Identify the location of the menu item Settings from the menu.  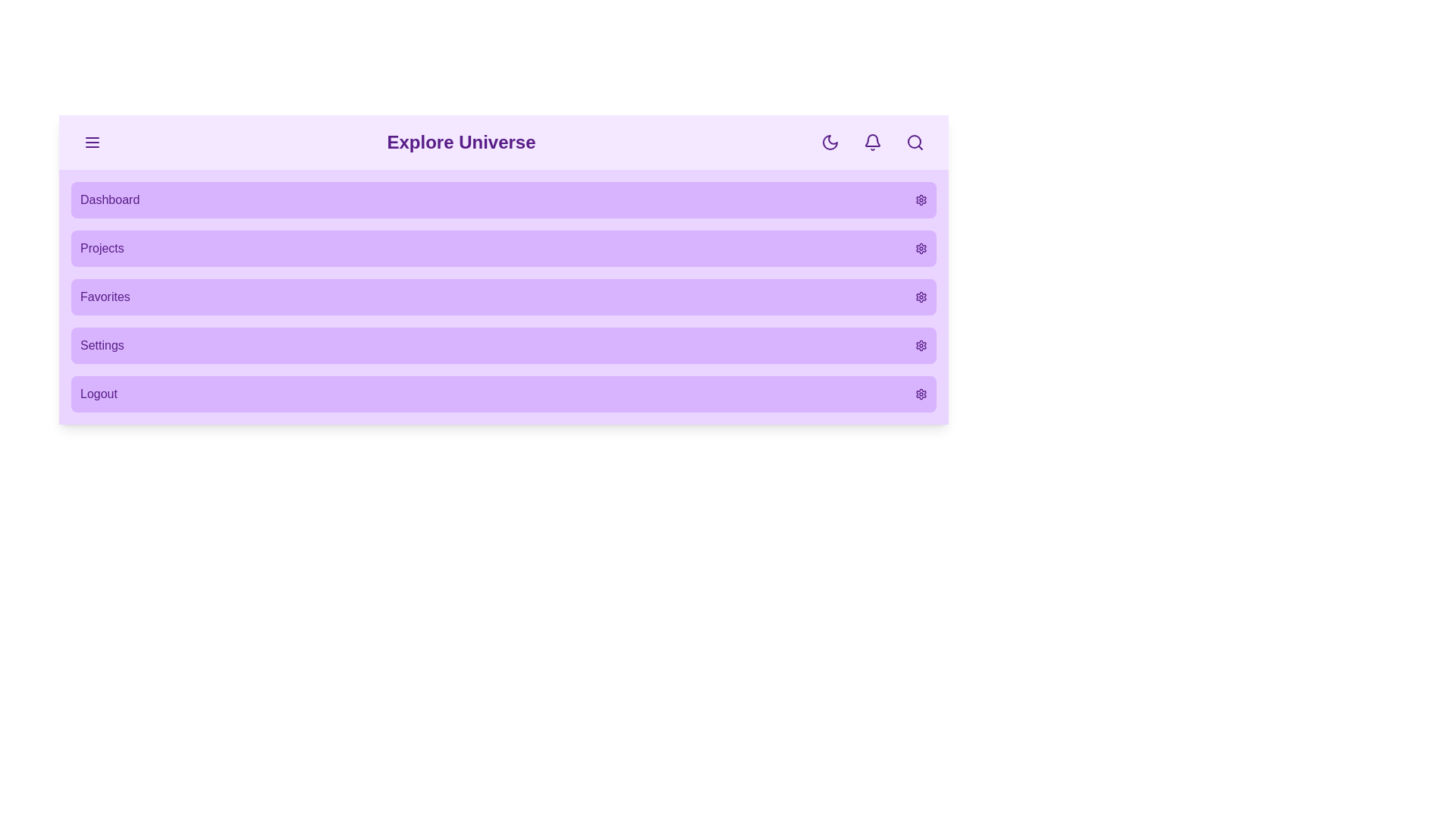
(504, 345).